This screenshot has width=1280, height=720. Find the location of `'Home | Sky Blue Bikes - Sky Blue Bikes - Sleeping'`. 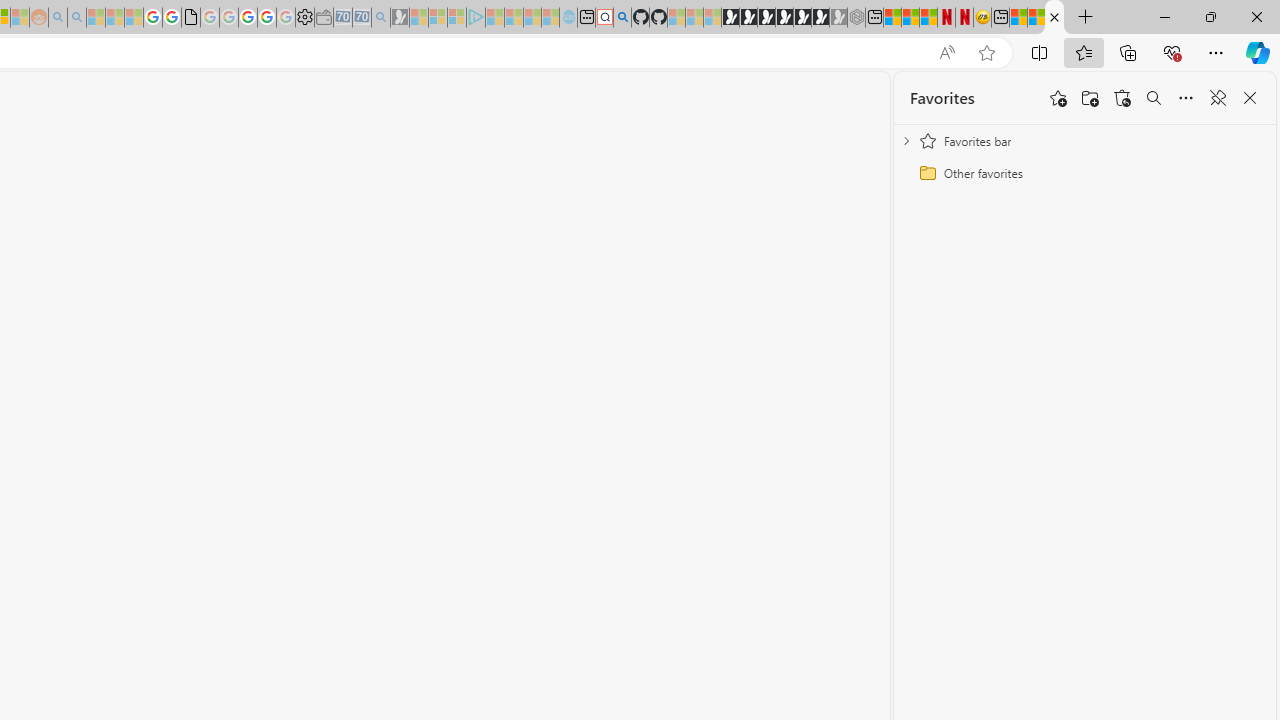

'Home | Sky Blue Bikes - Sky Blue Bikes - Sleeping' is located at coordinates (567, 17).